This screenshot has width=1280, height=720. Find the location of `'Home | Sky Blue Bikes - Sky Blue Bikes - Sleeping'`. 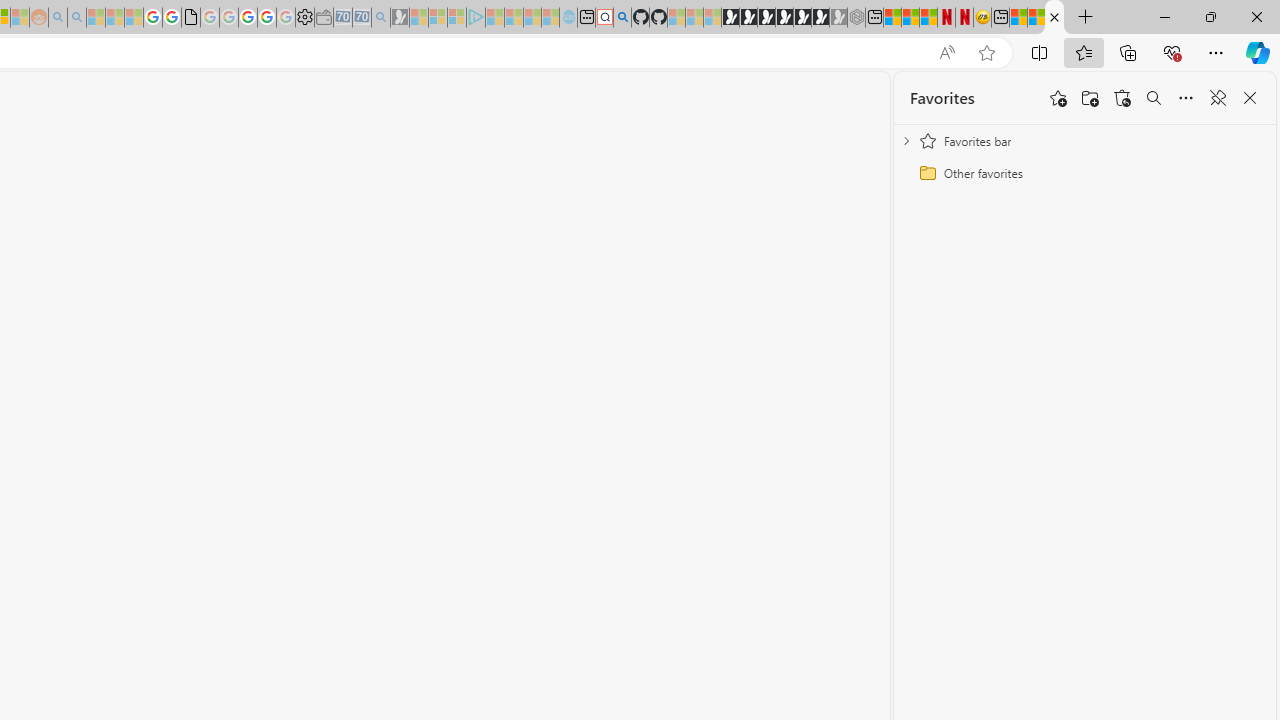

'Home | Sky Blue Bikes - Sky Blue Bikes - Sleeping' is located at coordinates (567, 17).